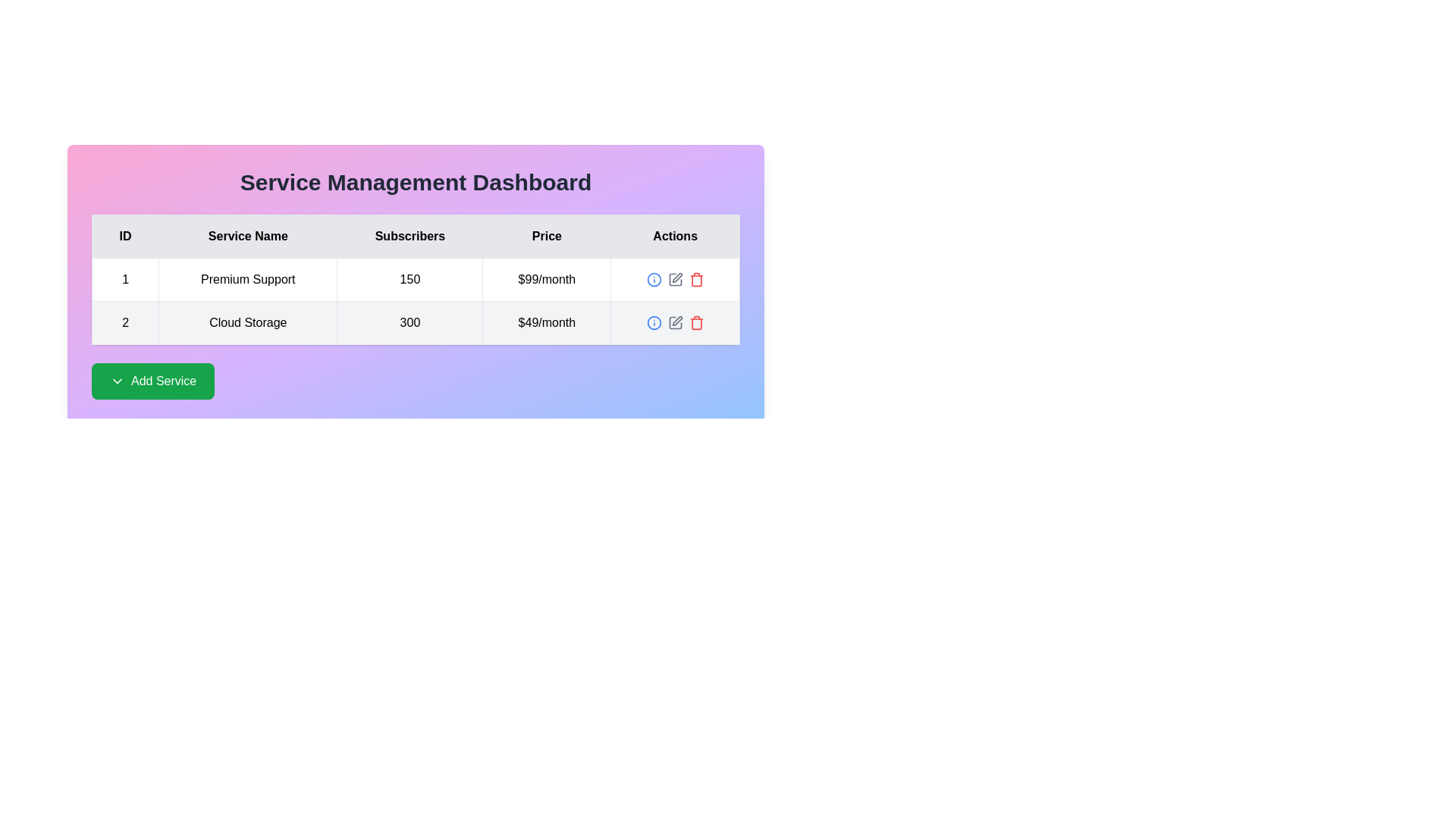 This screenshot has height=819, width=1456. Describe the element at coordinates (416, 181) in the screenshot. I see `the text header 'Service Management Dashboard' which is styled in bold, large black font and is centrally positioned at the top of a gradient-colored card` at that location.